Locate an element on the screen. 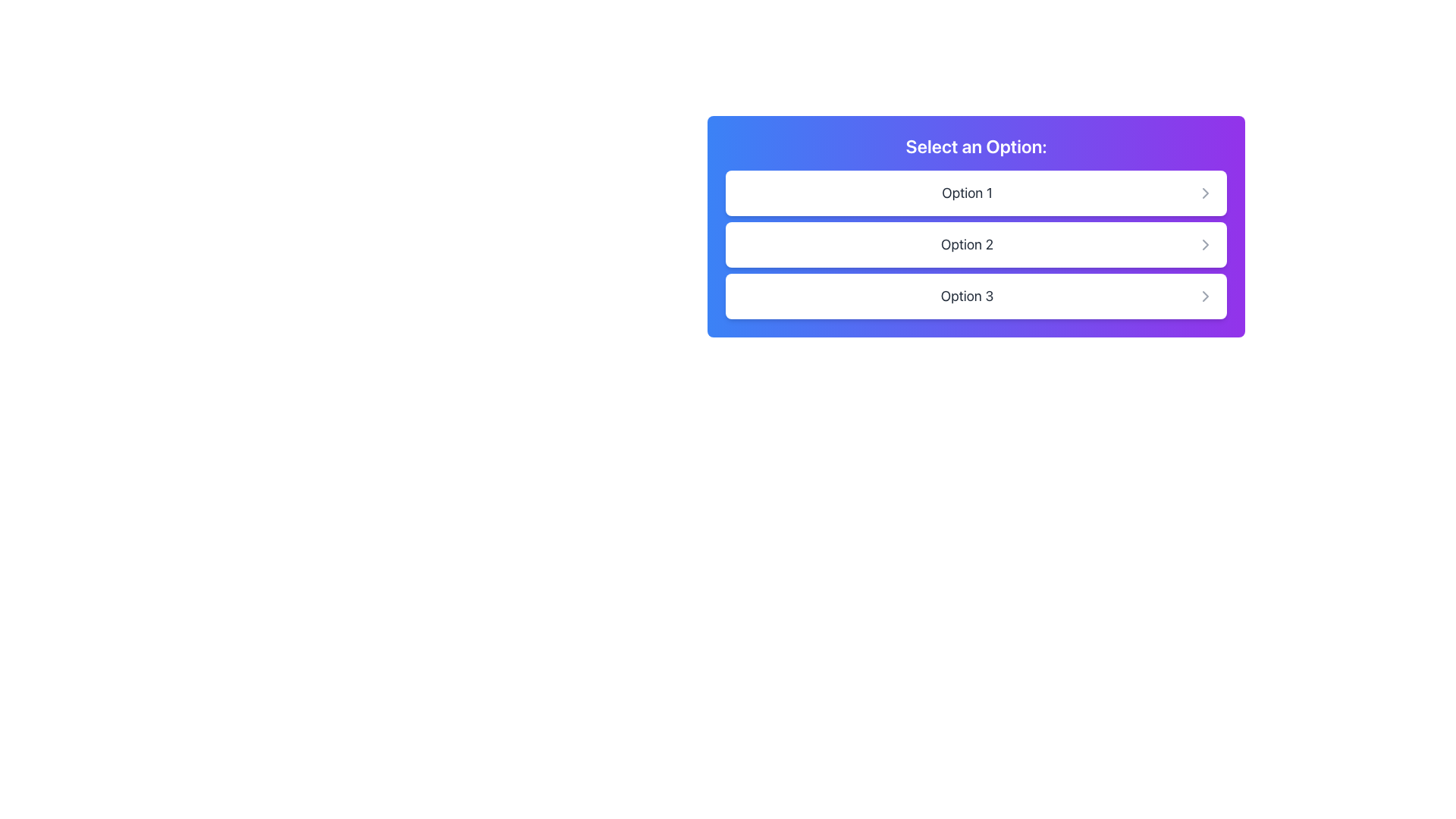 This screenshot has width=1456, height=819. the central graphical icon within the 'Option 2' button, which acts as a visual indicator of its clickable nature is located at coordinates (1204, 244).